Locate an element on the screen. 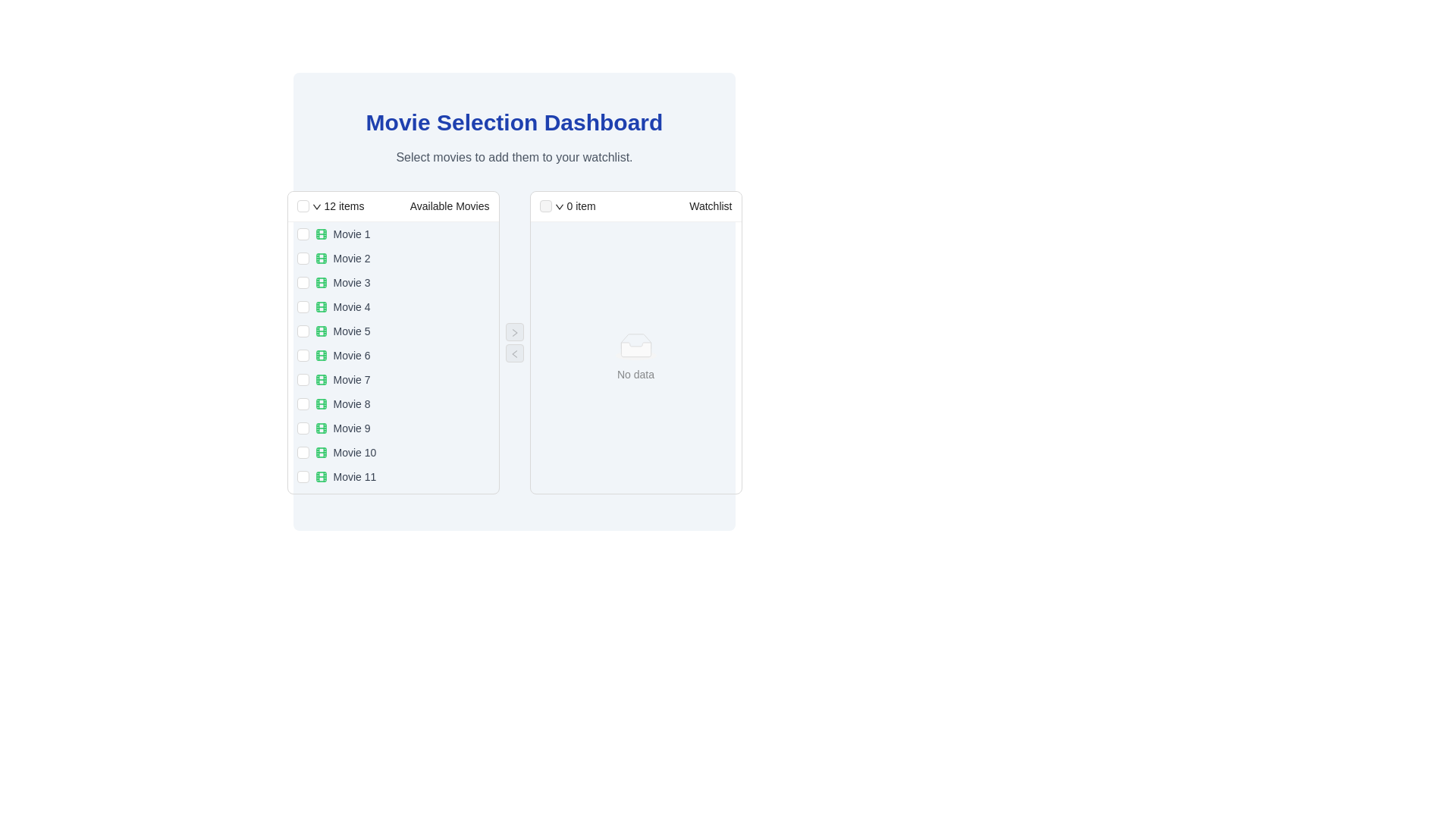 The image size is (1456, 819). the sixth movie title in the 'Available Movies' section is located at coordinates (393, 357).